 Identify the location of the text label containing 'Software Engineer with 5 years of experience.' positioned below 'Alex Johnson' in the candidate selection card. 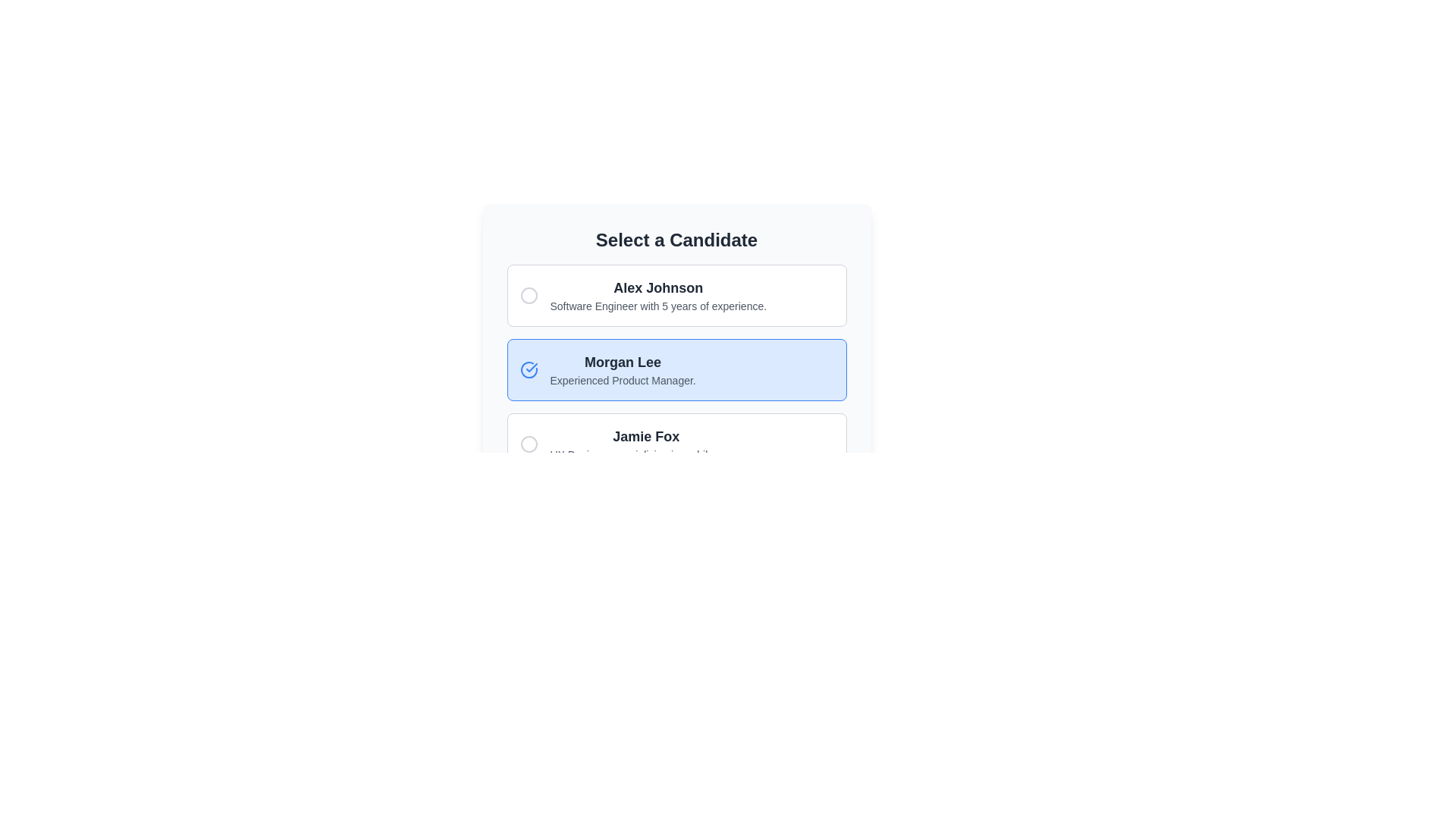
(658, 306).